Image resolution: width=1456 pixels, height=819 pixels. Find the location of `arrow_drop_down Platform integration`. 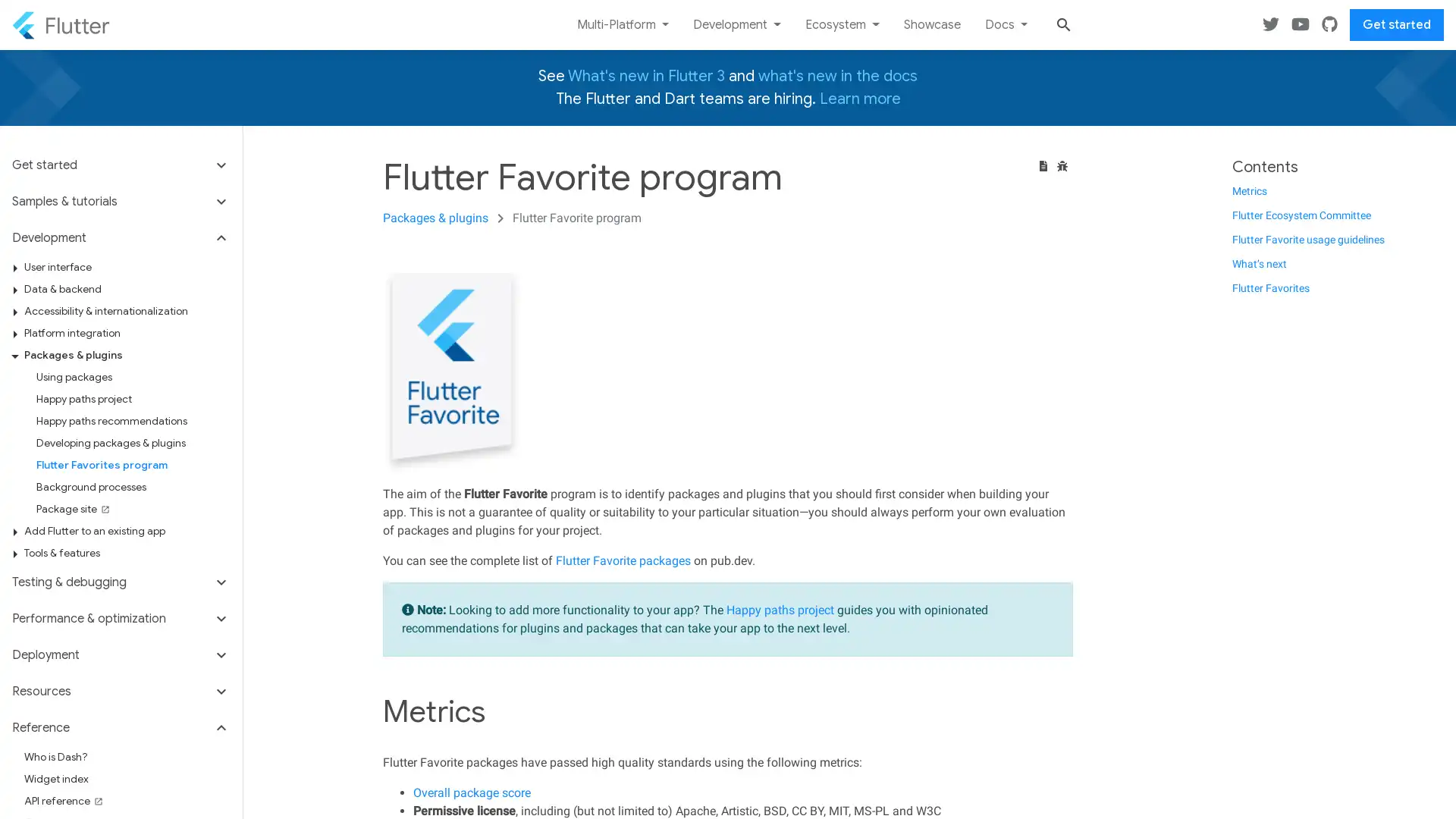

arrow_drop_down Platform integration is located at coordinates (127, 332).